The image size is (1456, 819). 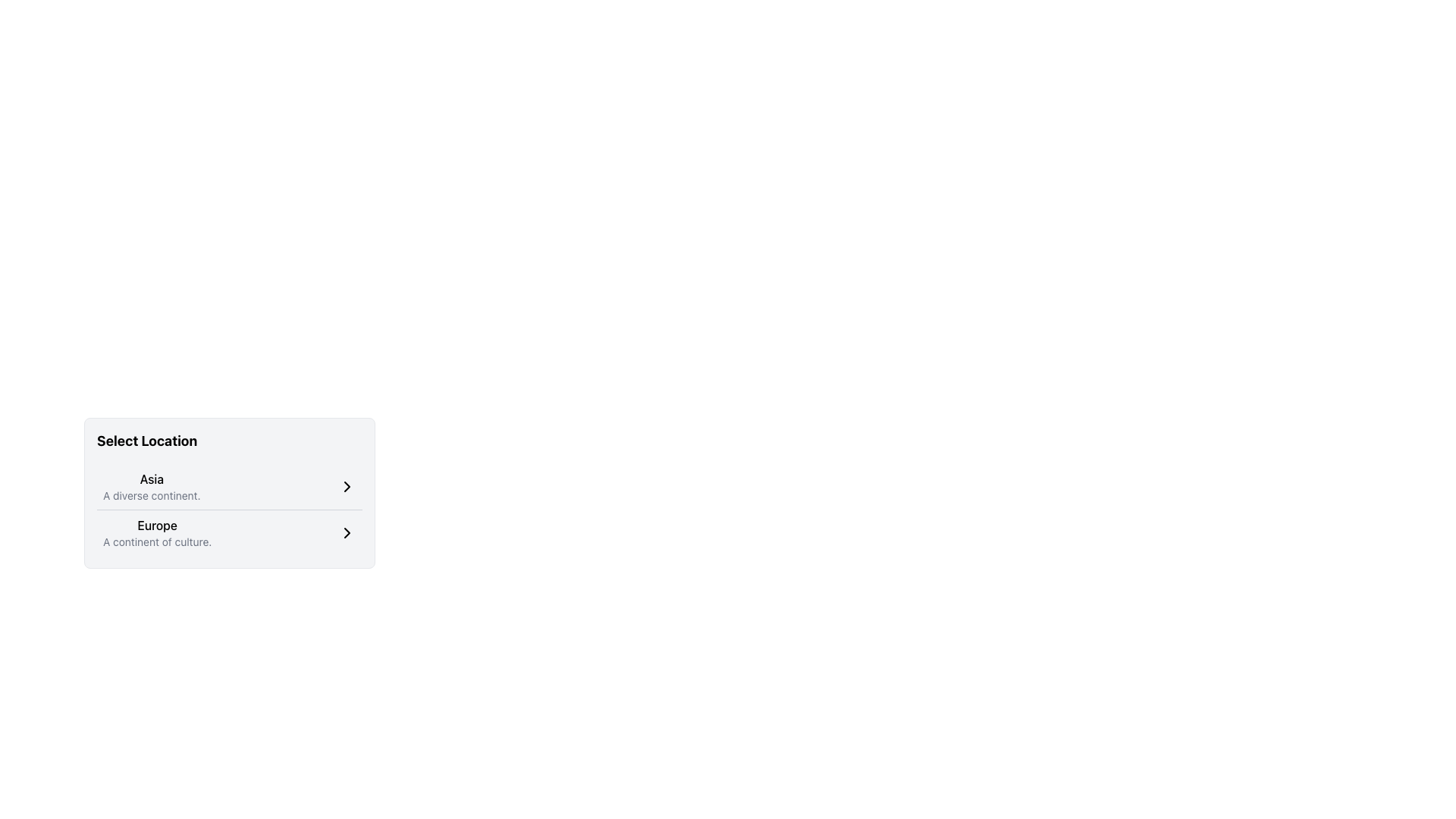 What do you see at coordinates (152, 479) in the screenshot?
I see `the 'Asia' text label, which is the first selectable menu item under the 'Select Location' title` at bounding box center [152, 479].